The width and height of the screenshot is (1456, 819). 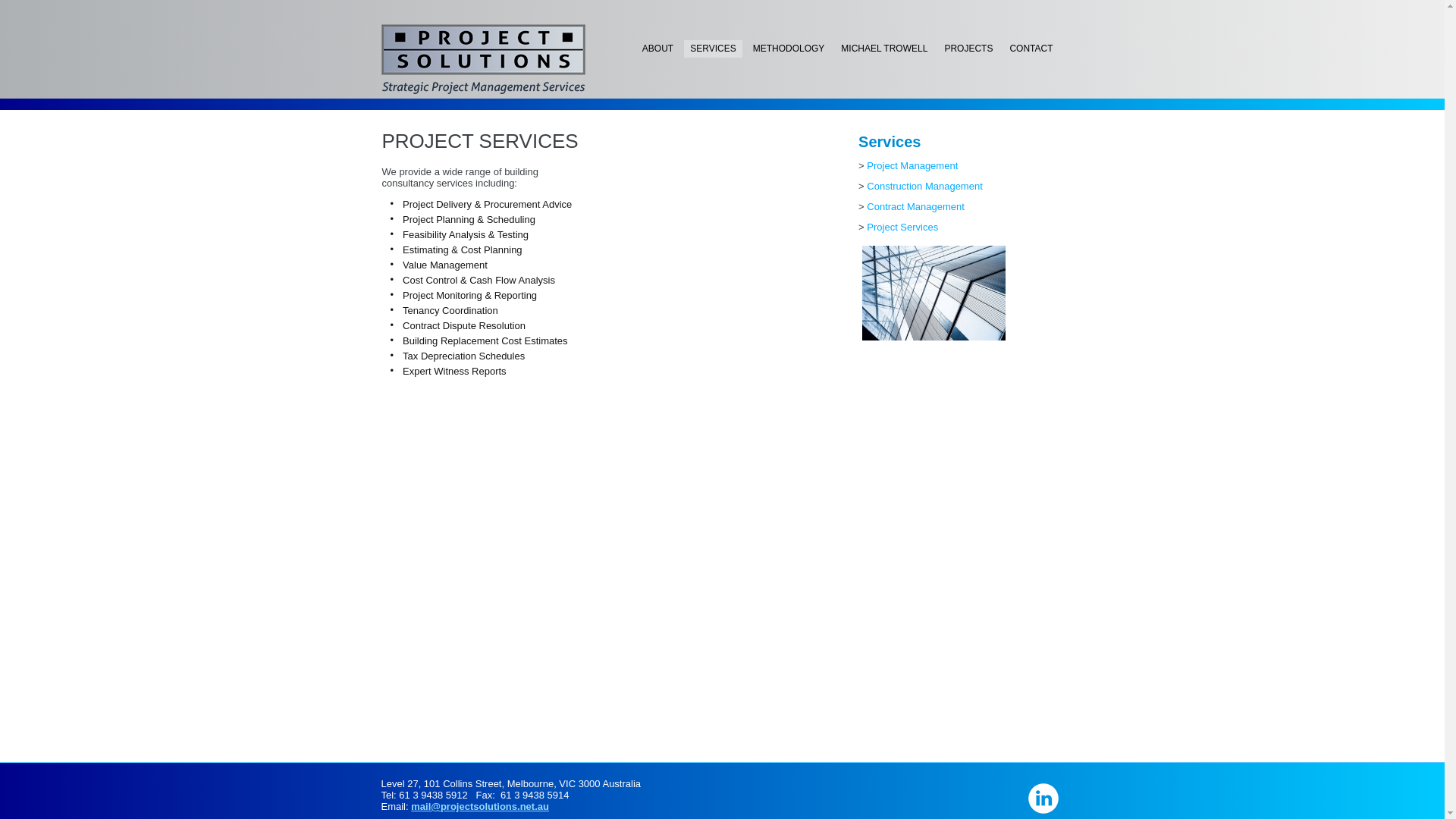 I want to click on 'Construction Management', so click(x=924, y=185).